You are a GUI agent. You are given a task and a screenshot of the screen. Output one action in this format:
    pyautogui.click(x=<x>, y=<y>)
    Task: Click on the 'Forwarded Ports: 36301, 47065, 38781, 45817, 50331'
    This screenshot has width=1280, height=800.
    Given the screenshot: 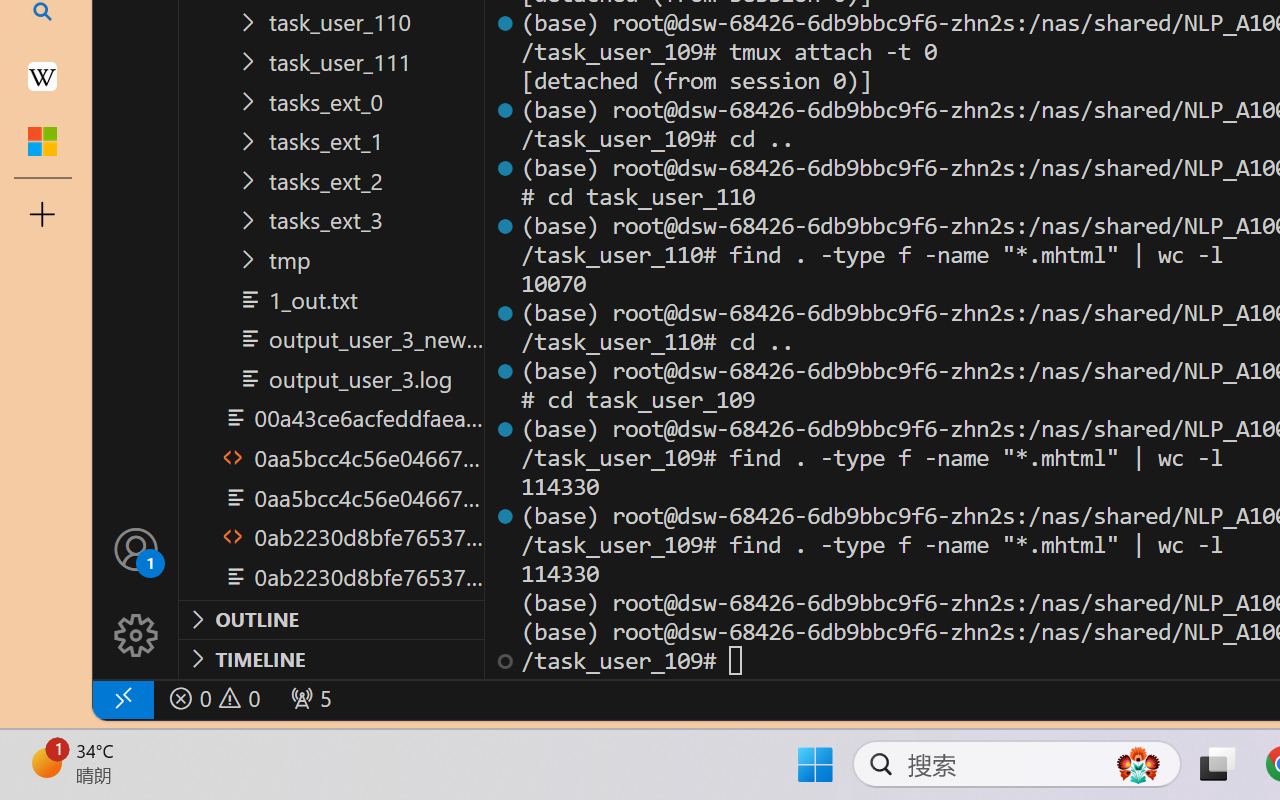 What is the action you would take?
    pyautogui.click(x=308, y=698)
    